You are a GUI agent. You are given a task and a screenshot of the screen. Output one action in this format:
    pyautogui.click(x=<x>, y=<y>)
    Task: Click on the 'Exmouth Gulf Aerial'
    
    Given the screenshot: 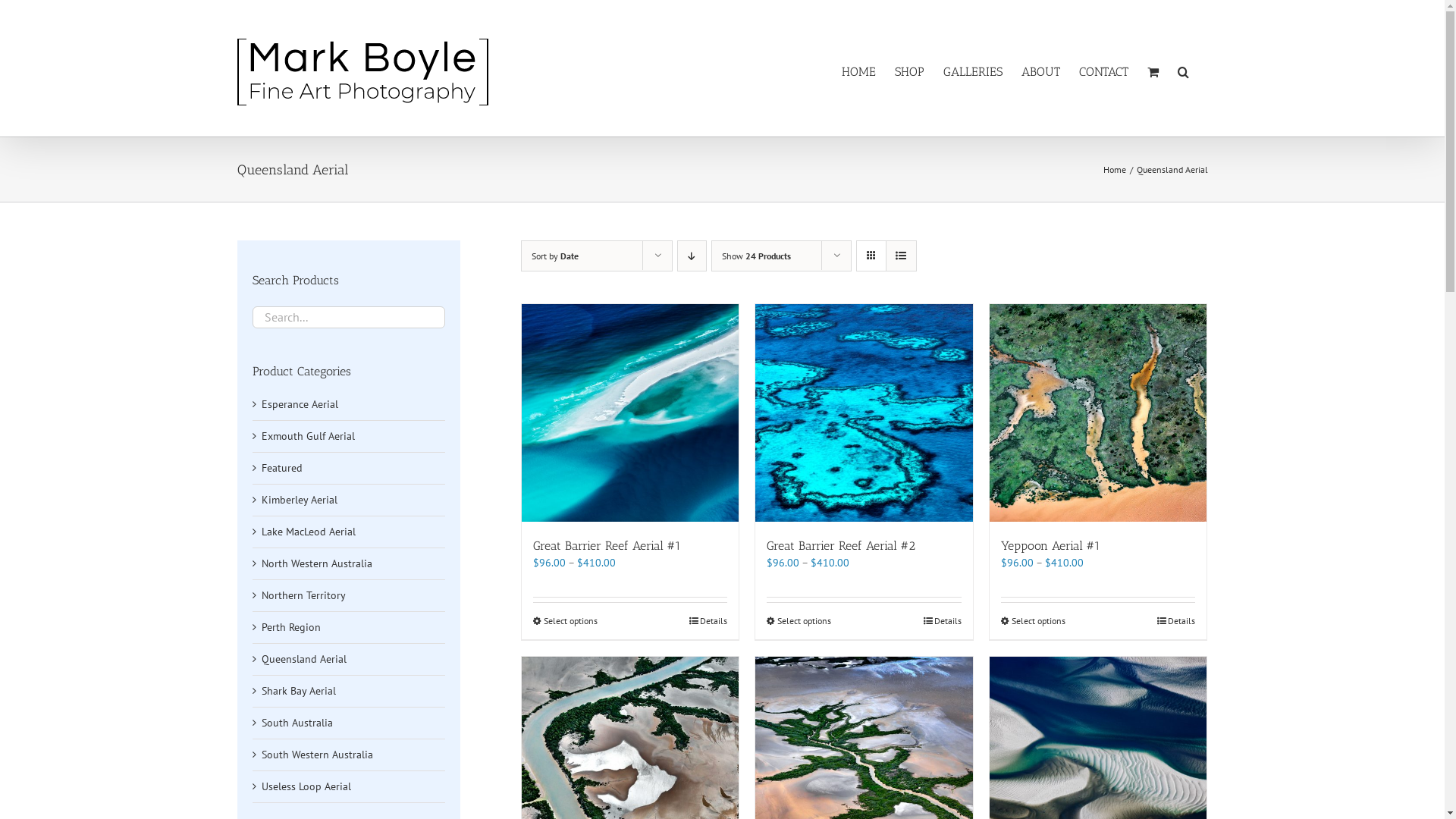 What is the action you would take?
    pyautogui.click(x=306, y=435)
    